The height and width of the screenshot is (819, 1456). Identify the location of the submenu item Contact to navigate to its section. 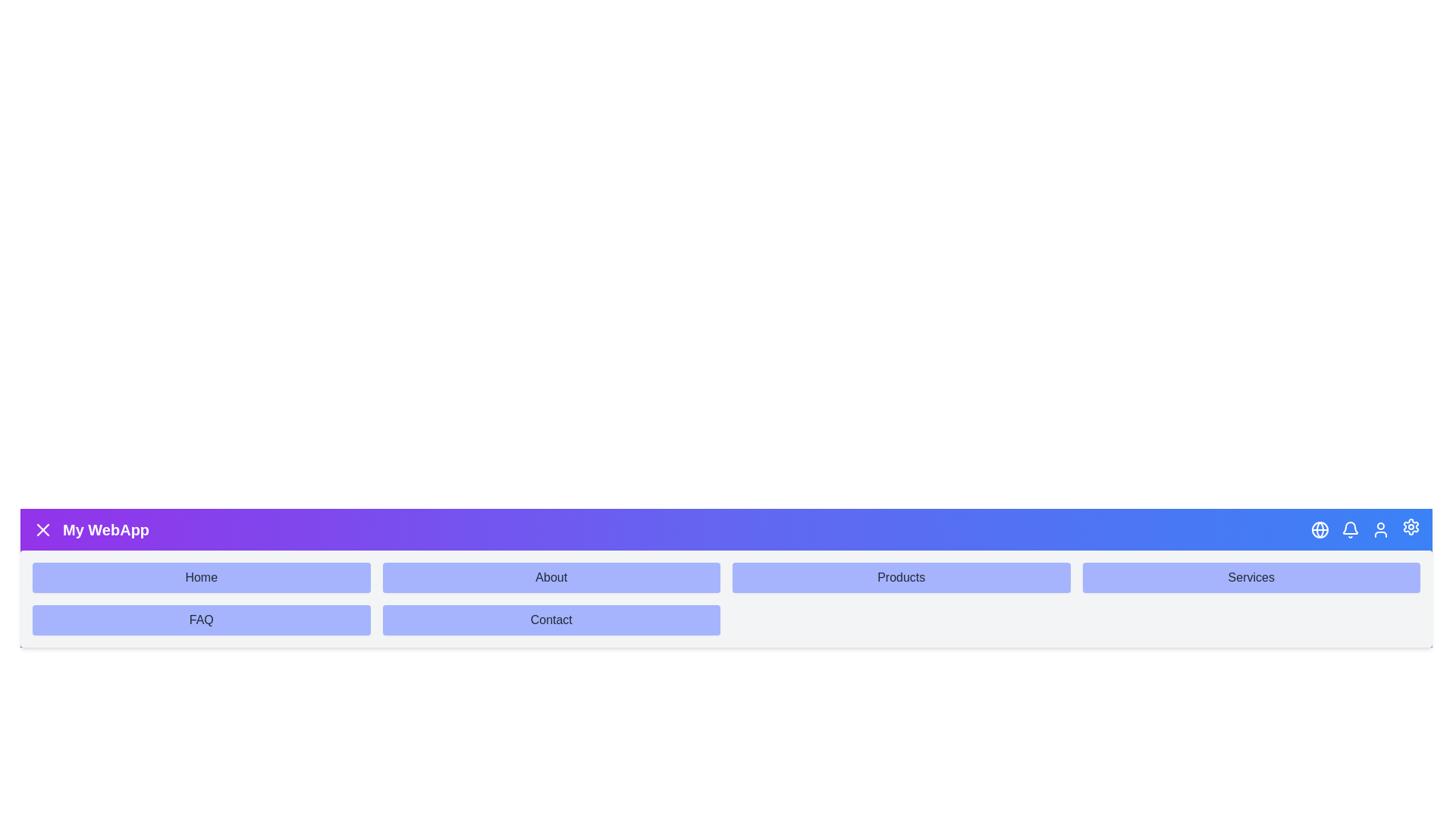
(551, 620).